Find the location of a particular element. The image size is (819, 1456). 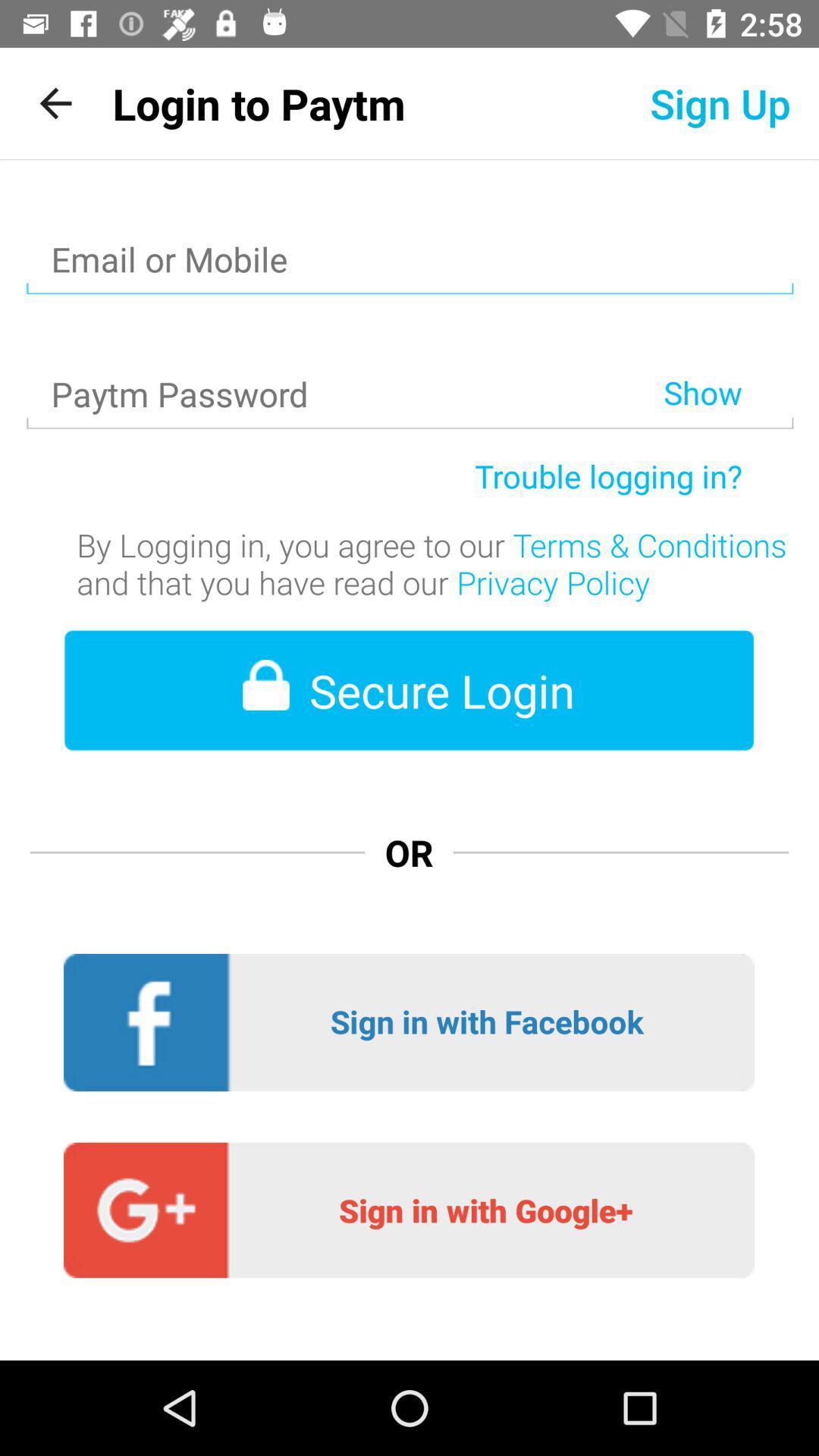

item next to the show item is located at coordinates (344, 354).